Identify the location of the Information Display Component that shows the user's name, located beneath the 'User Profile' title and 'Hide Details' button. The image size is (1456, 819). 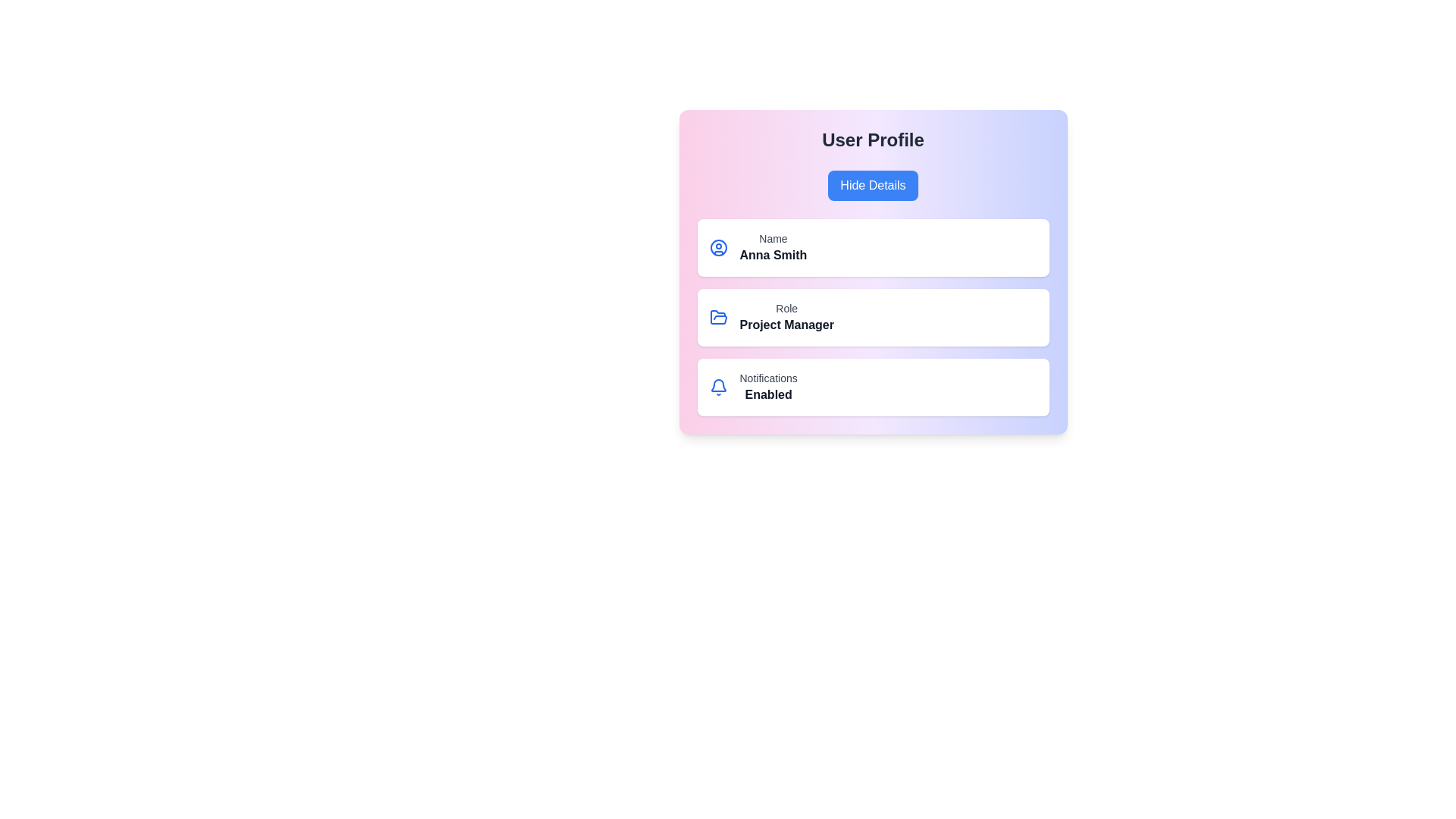
(873, 247).